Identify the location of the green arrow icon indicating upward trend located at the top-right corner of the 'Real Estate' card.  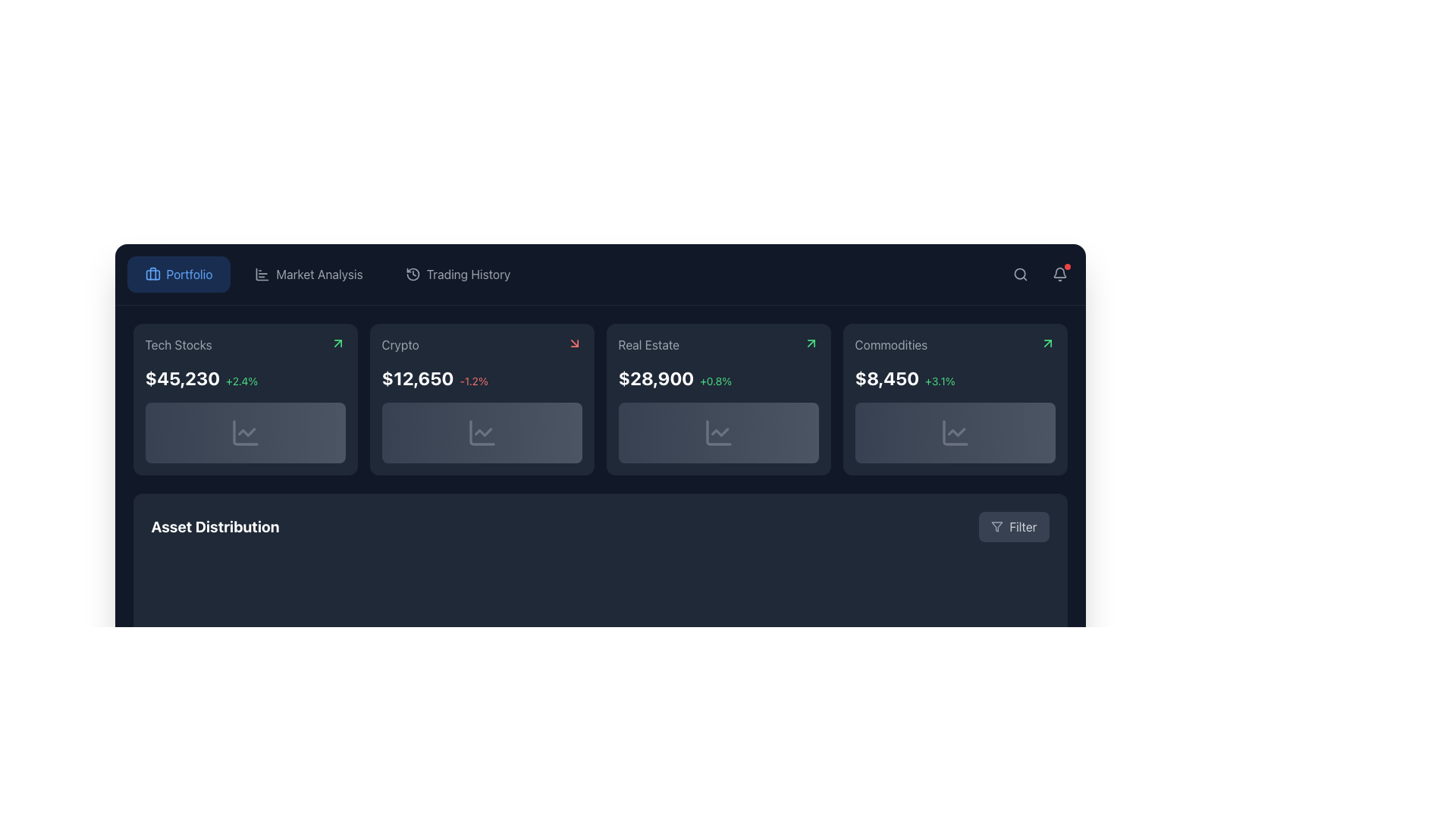
(810, 343).